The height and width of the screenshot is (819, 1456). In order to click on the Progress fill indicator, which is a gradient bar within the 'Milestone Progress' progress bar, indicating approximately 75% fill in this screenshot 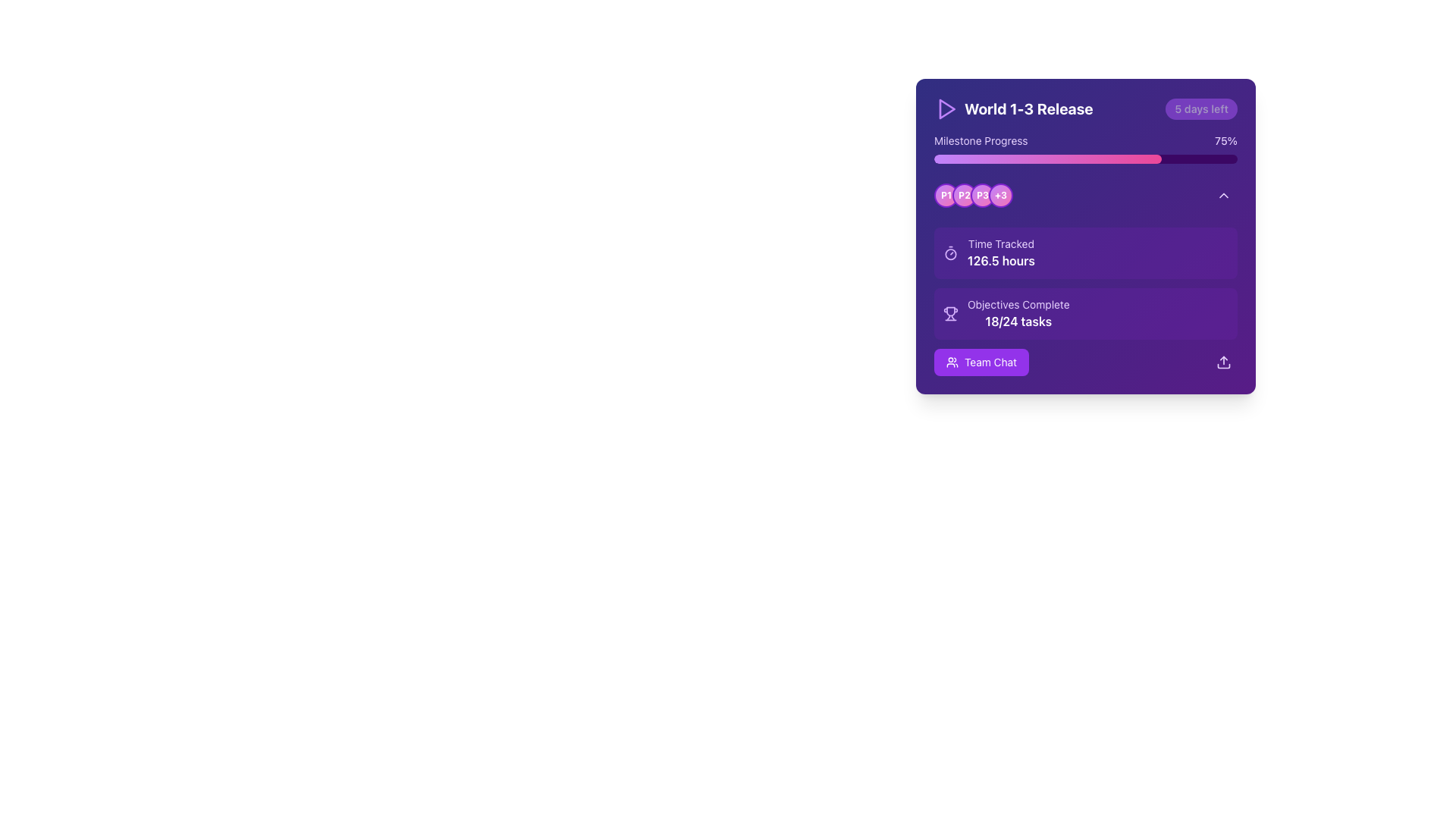, I will do `click(1047, 158)`.